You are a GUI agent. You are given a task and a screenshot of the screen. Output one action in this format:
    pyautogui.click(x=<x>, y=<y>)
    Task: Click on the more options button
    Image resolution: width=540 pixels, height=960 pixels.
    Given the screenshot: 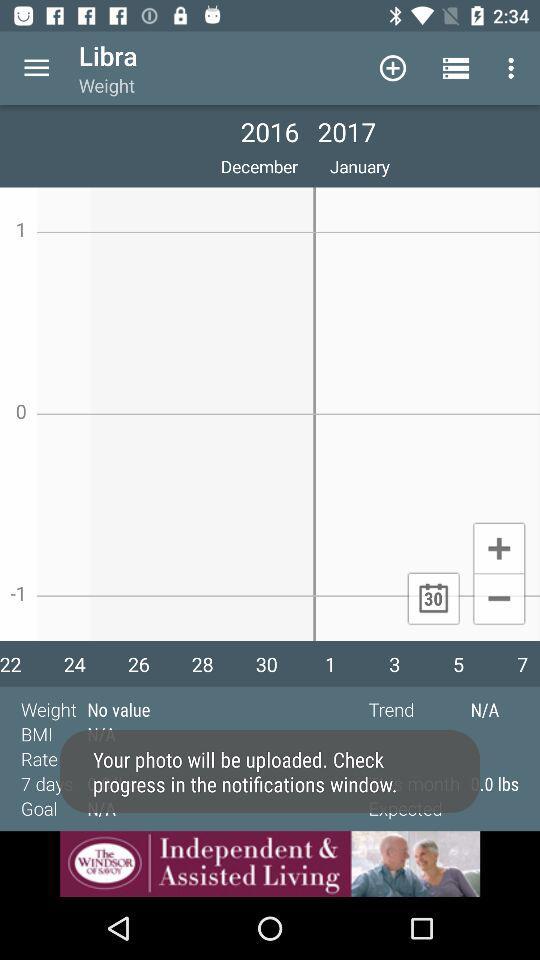 What is the action you would take?
    pyautogui.click(x=36, y=68)
    